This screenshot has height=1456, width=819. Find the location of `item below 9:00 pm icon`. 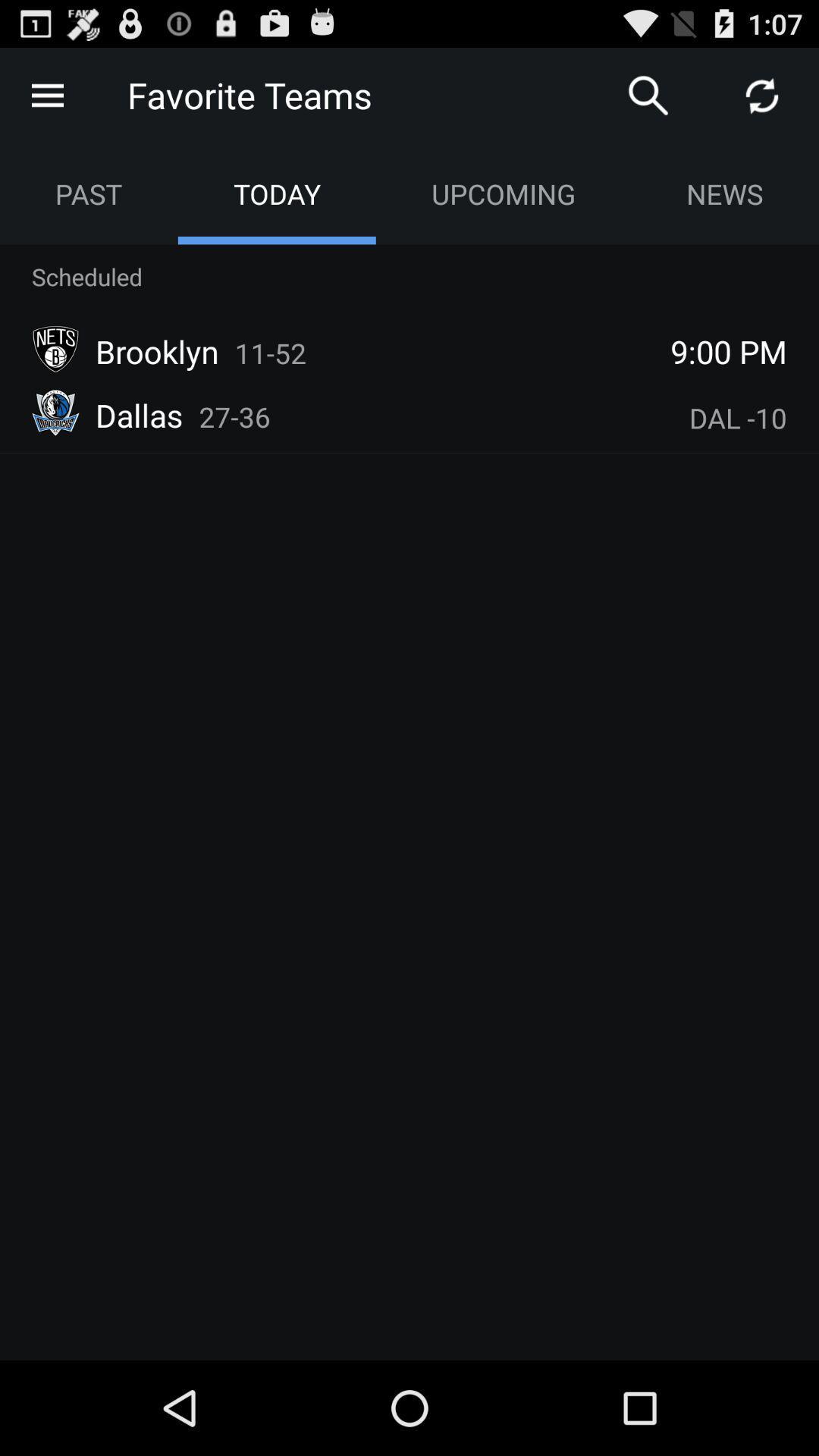

item below 9:00 pm icon is located at coordinates (737, 418).